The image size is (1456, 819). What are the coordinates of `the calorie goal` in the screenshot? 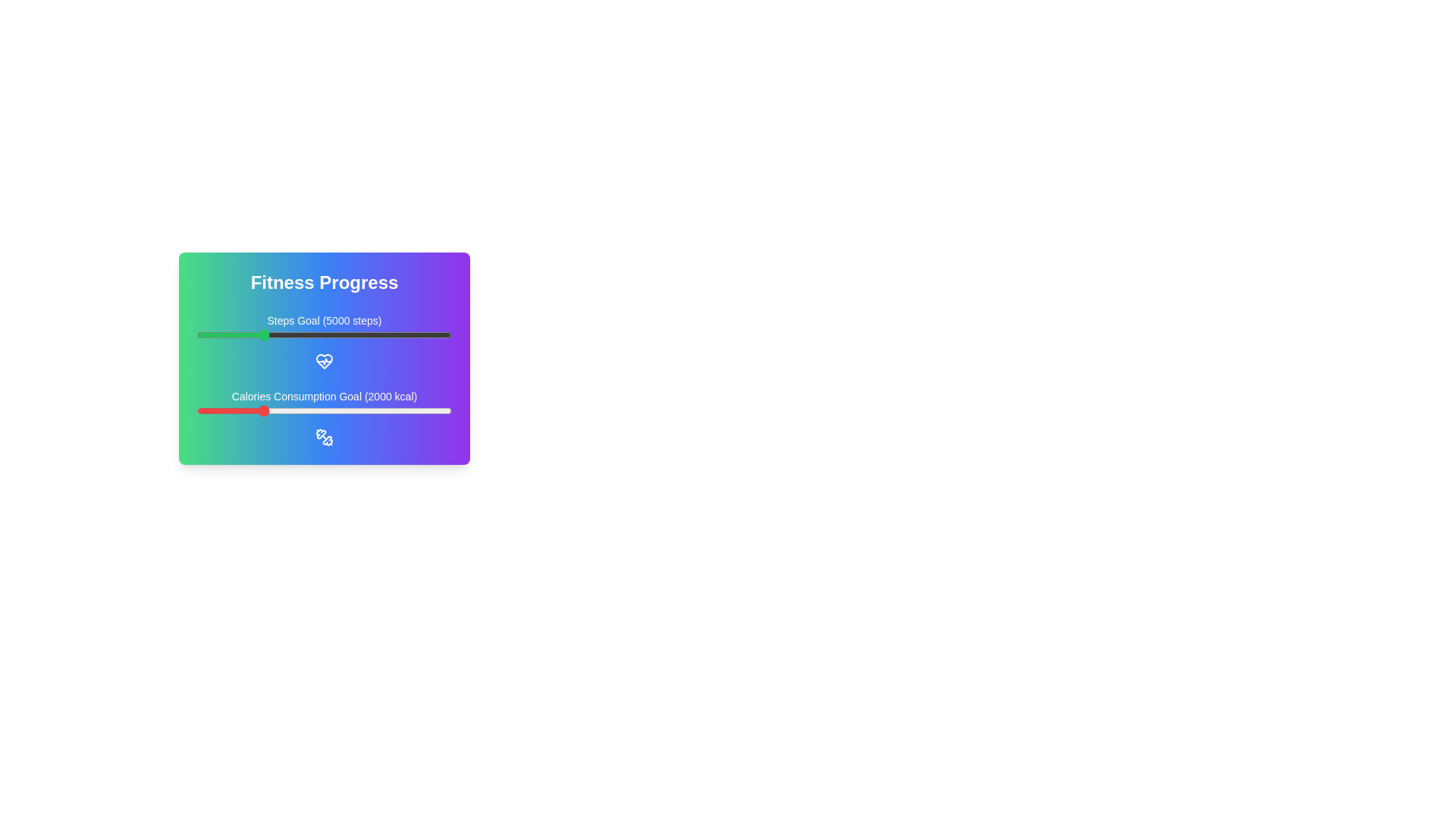 It's located at (412, 411).